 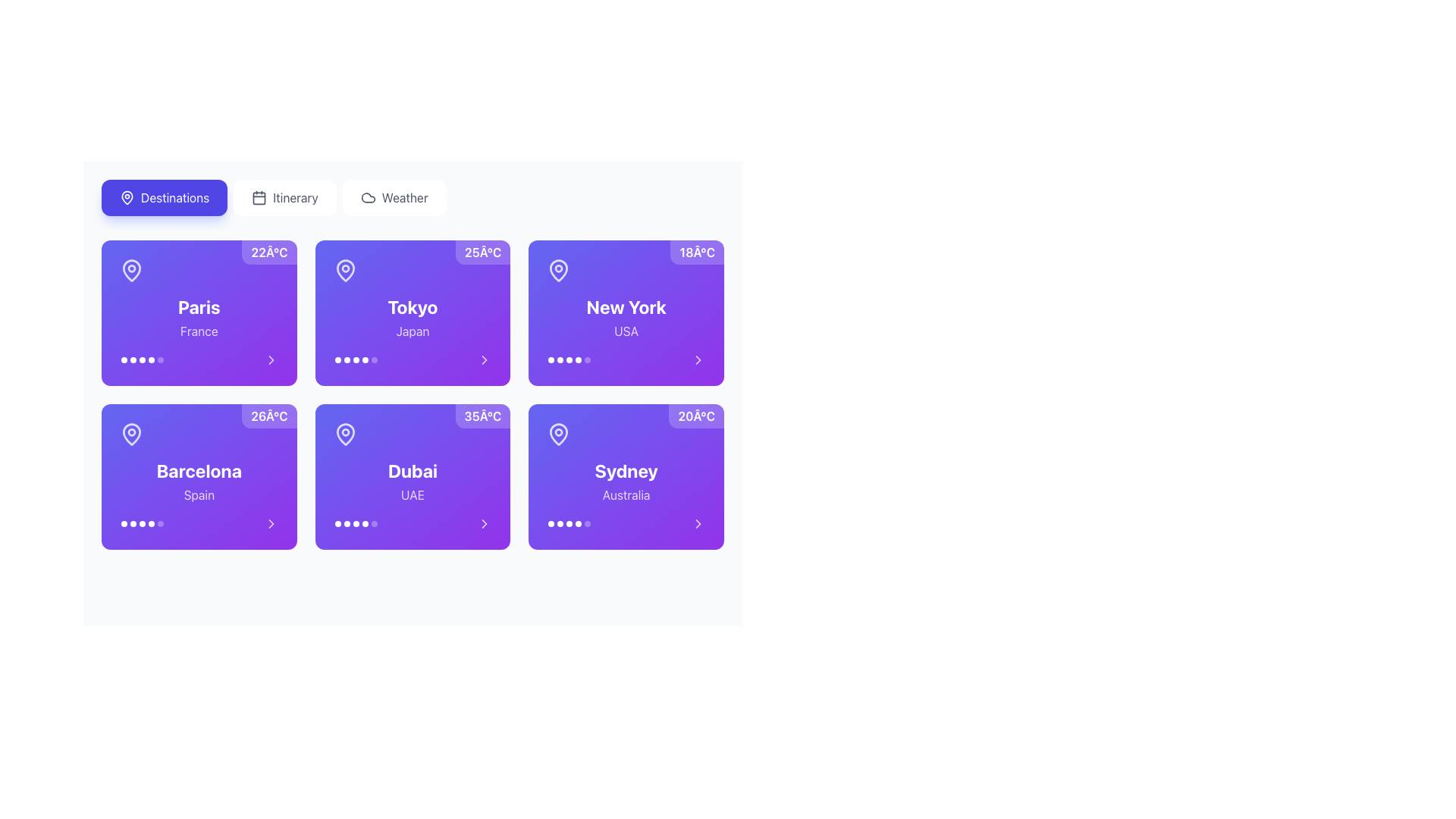 What do you see at coordinates (558, 435) in the screenshot?
I see `the map pin icon located at the top-left corner of the 'Sydney' card, which features a purple background and a white outline, to represent geographical locations` at bounding box center [558, 435].